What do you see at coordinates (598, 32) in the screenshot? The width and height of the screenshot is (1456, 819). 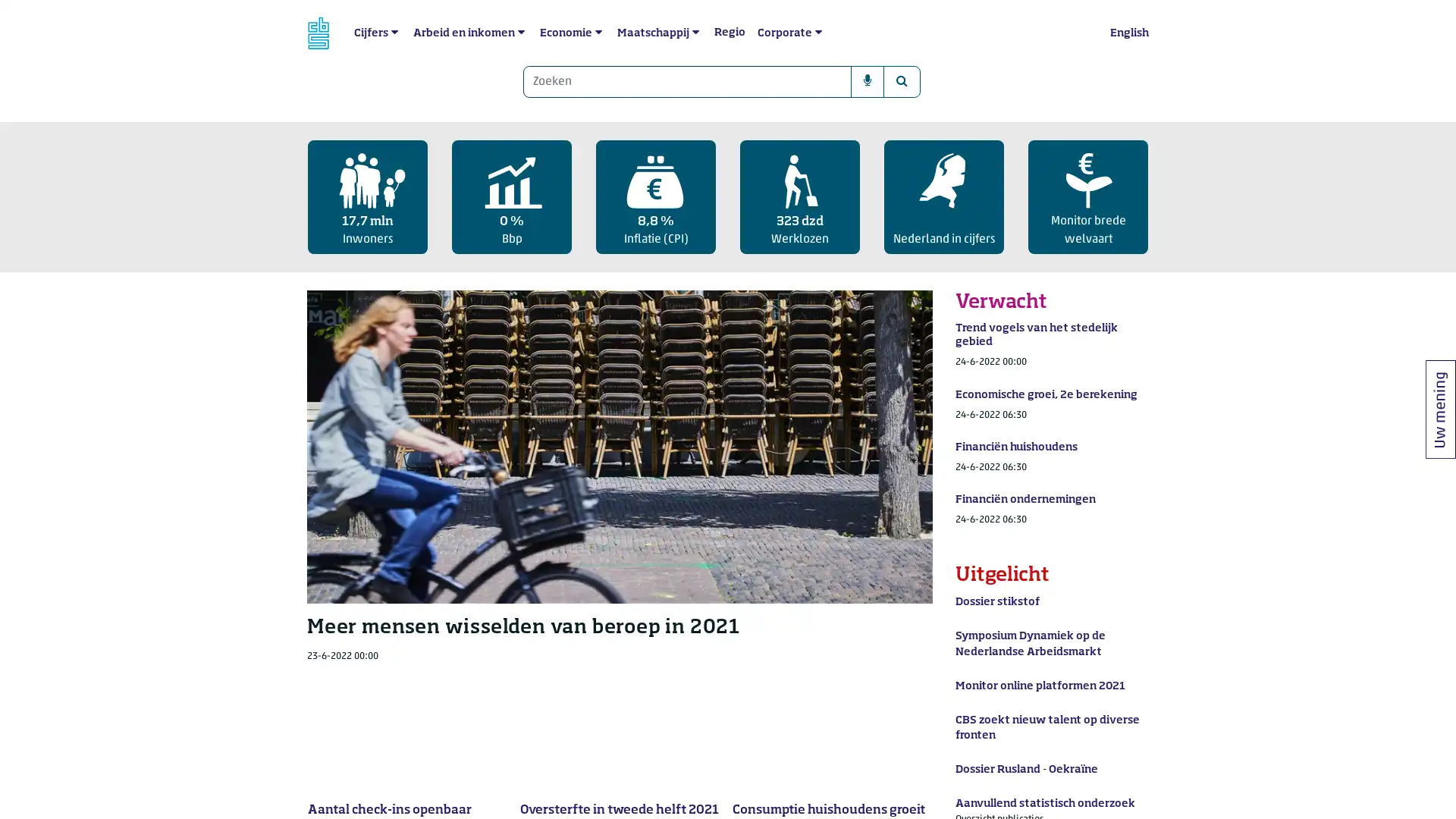 I see `submenu Economie` at bounding box center [598, 32].